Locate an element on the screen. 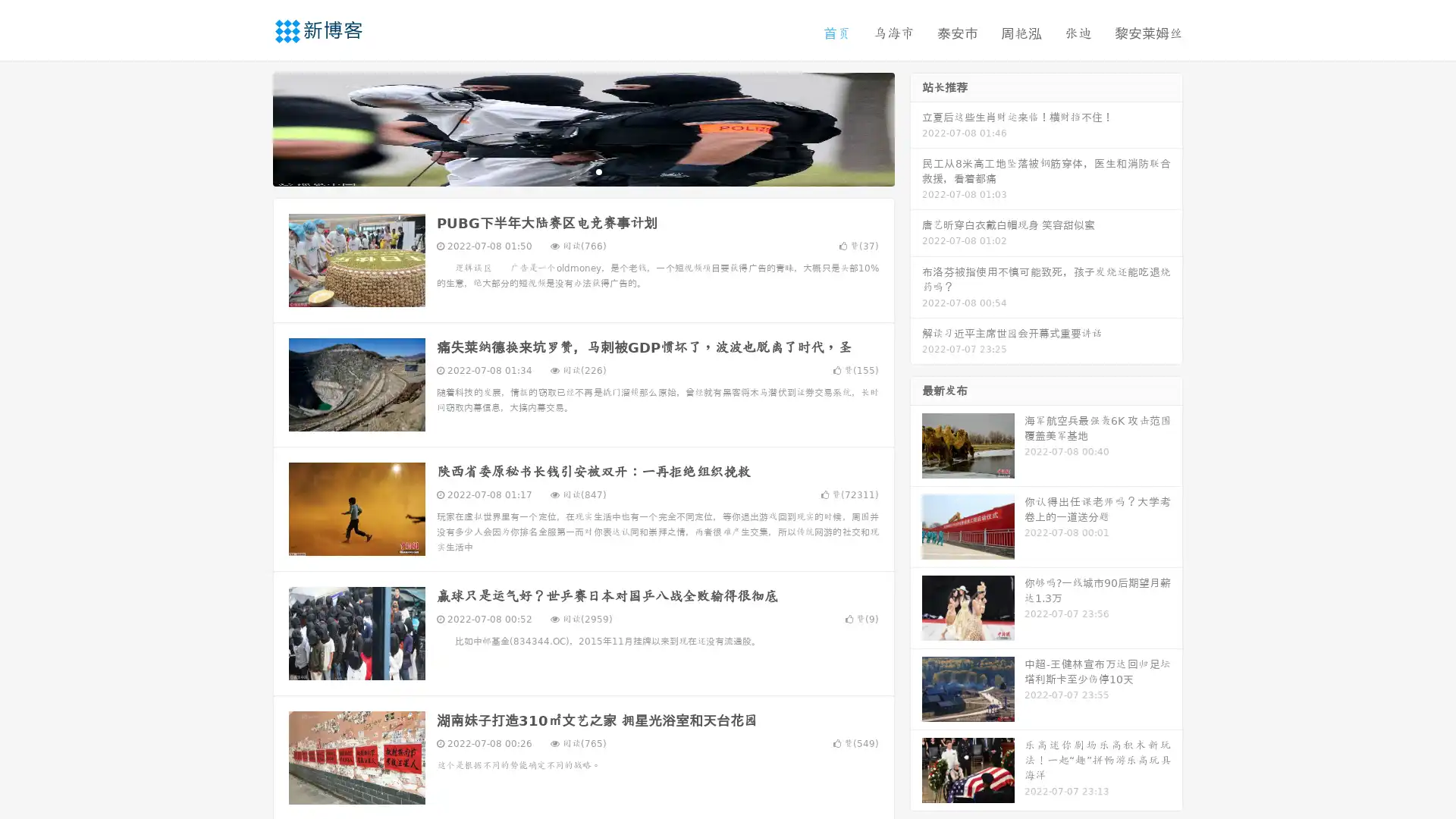  Go to slide 1 is located at coordinates (567, 171).